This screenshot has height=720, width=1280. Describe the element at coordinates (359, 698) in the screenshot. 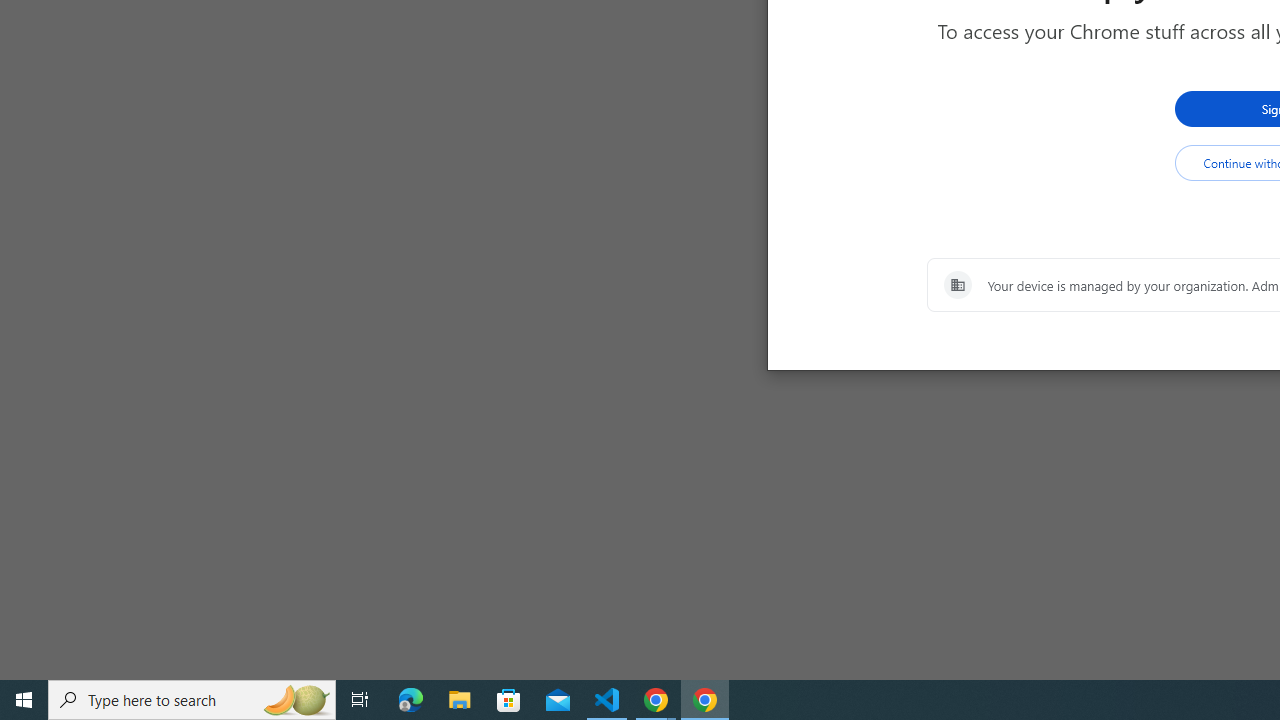

I see `'Task View'` at that location.